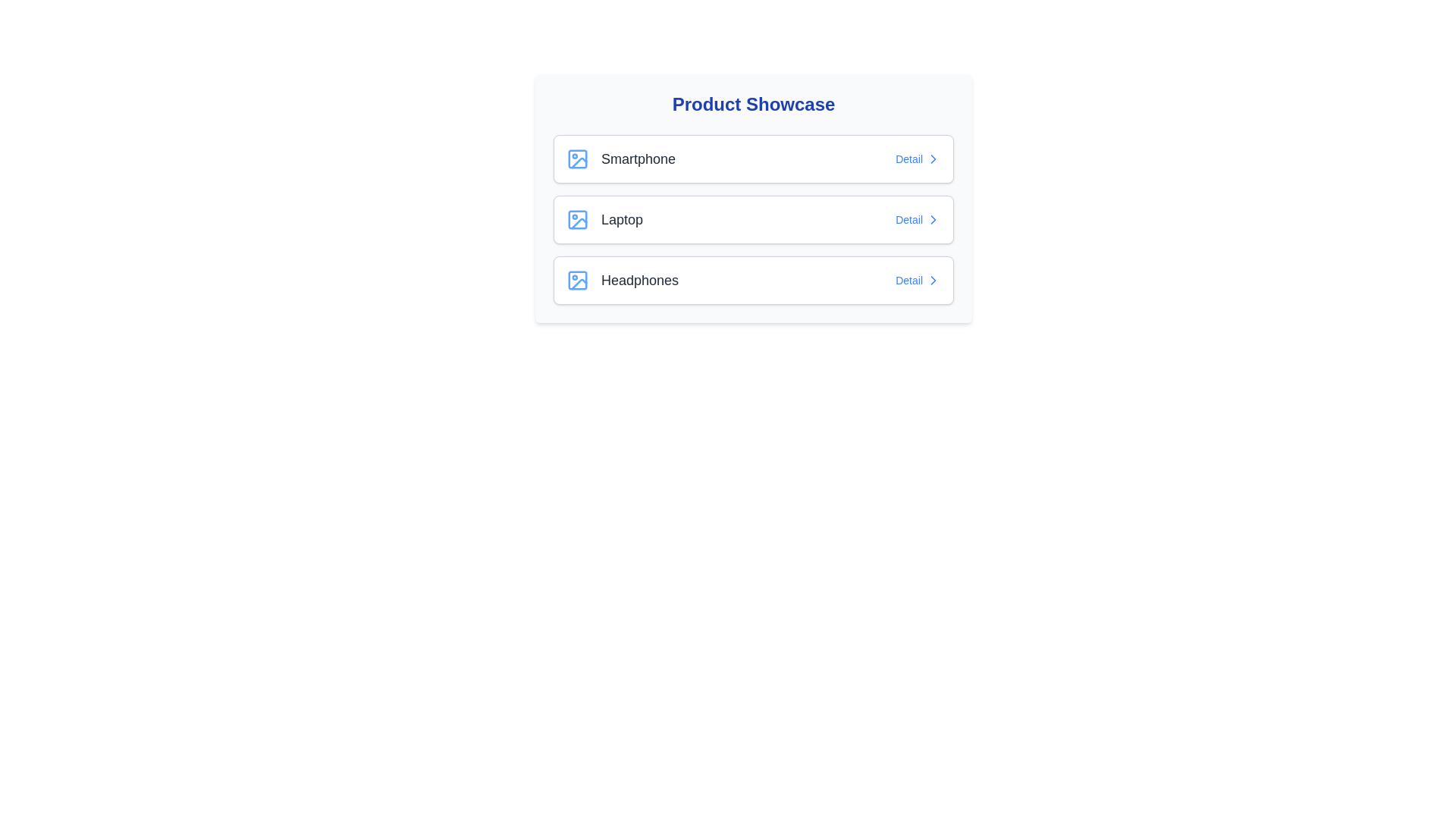 Image resolution: width=1456 pixels, height=819 pixels. I want to click on the text description of the product Smartphone for copying, so click(621, 158).